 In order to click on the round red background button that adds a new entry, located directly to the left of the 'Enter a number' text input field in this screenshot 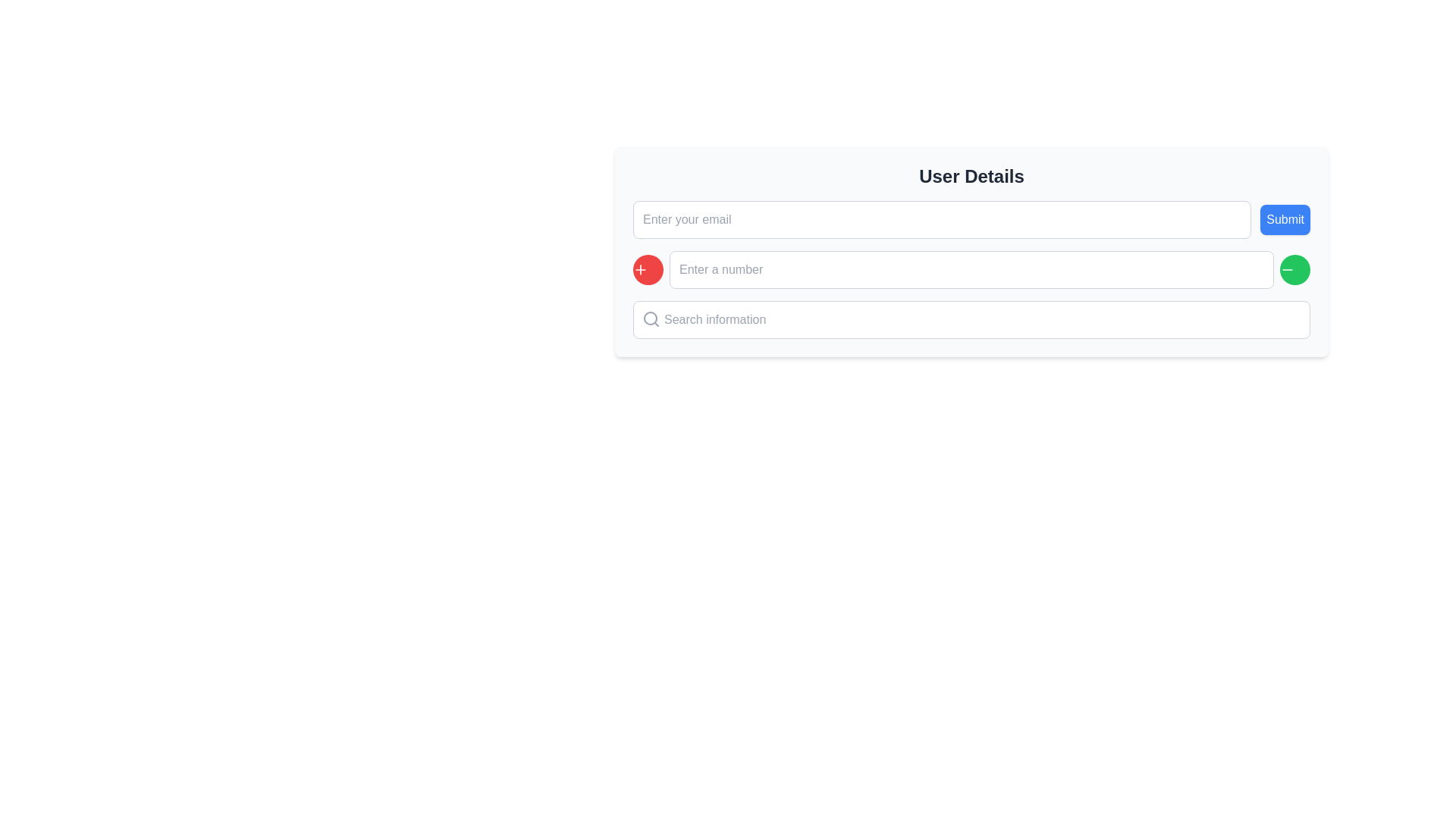, I will do `click(640, 268)`.